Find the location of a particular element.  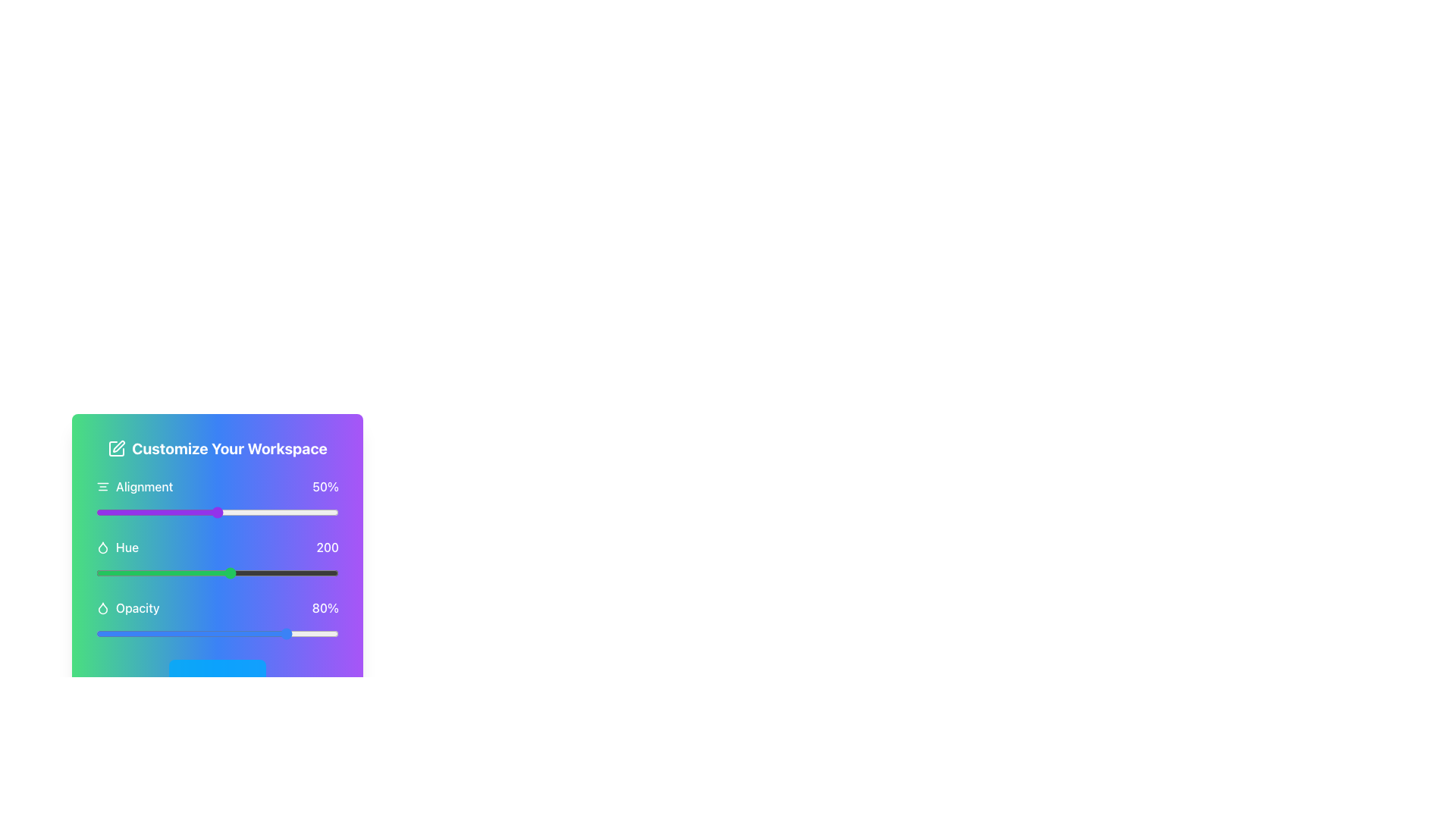

hue is located at coordinates (127, 573).